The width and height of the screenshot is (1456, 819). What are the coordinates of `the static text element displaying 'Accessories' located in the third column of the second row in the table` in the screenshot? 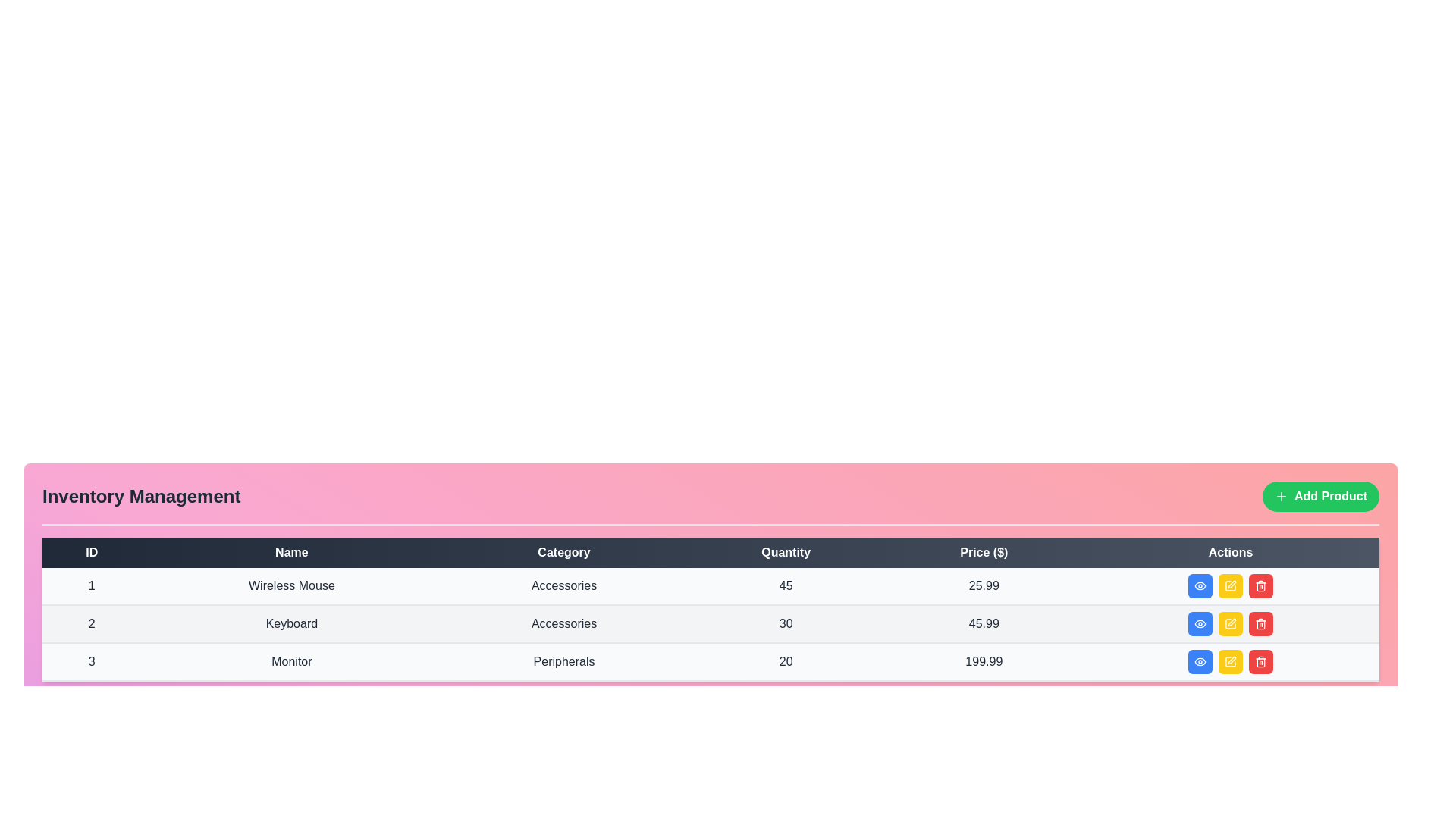 It's located at (563, 623).